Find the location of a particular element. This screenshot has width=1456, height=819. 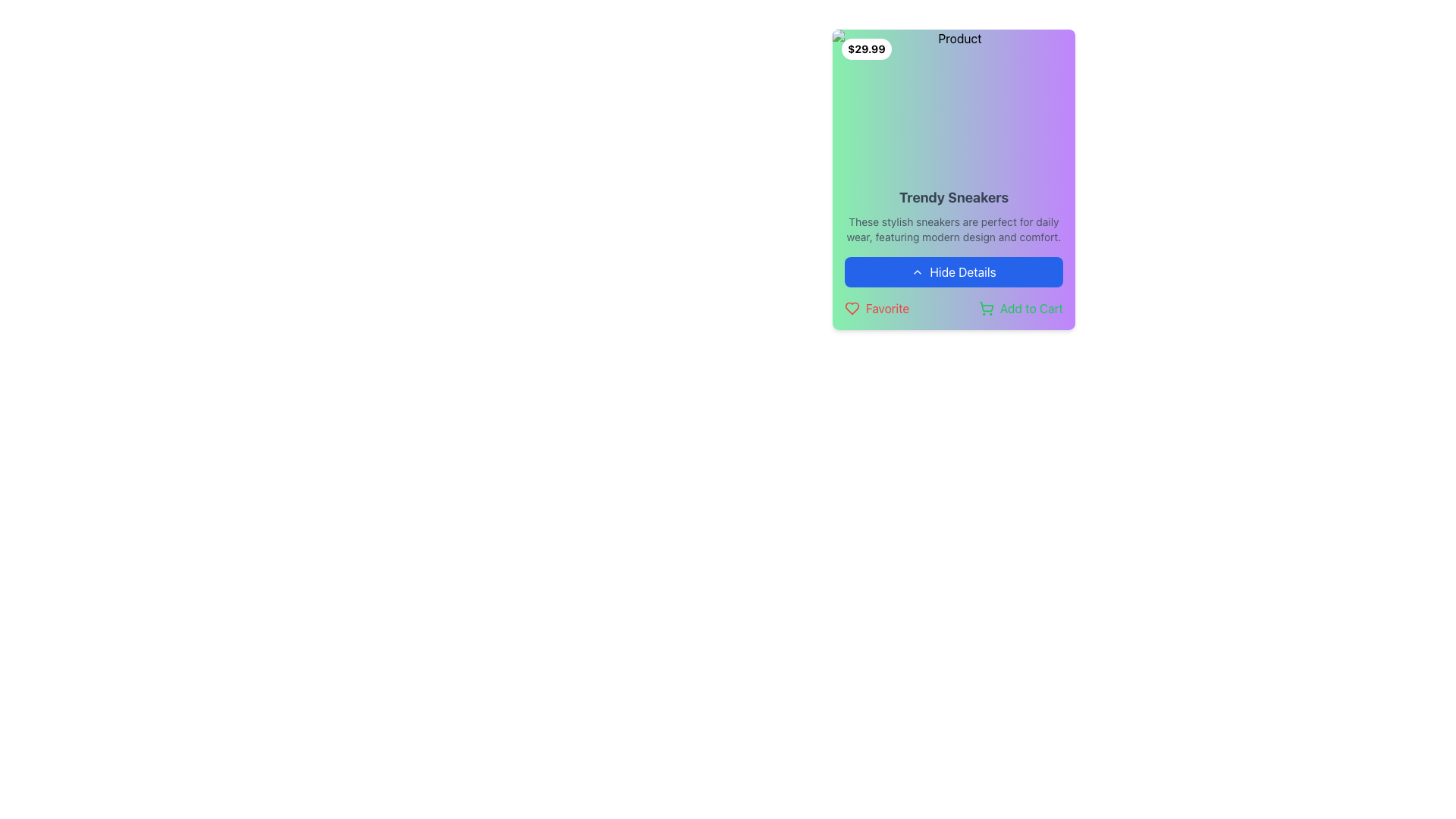

the text block that provides a detailed description of the product 'Trendy Sneakers', located beneath the title within the product card layout is located at coordinates (952, 230).